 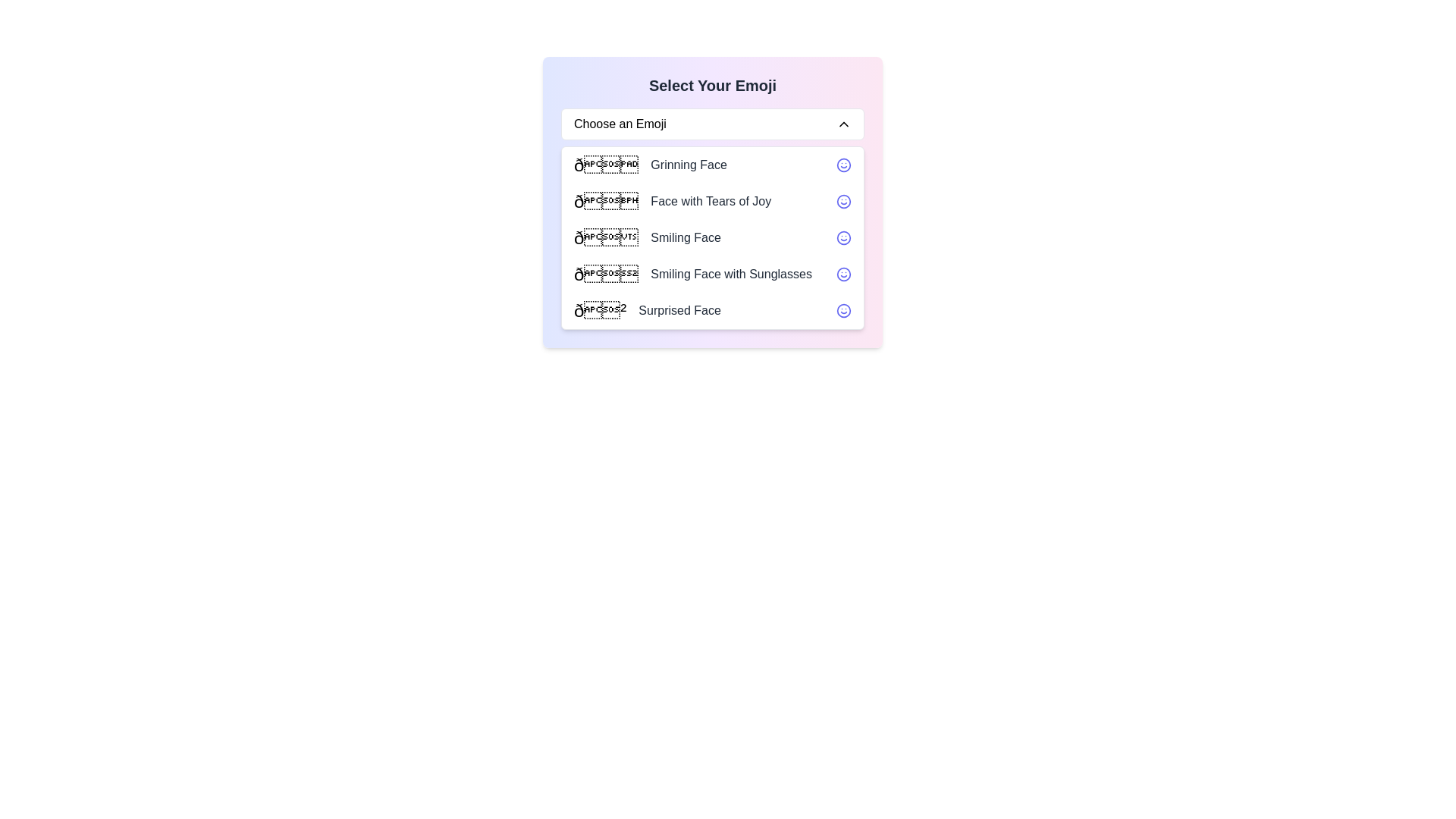 I want to click on the surprised face emoji icon located at the beginning of the 'Surprised Face' list item in the emoji selection dropdown, so click(x=599, y=309).